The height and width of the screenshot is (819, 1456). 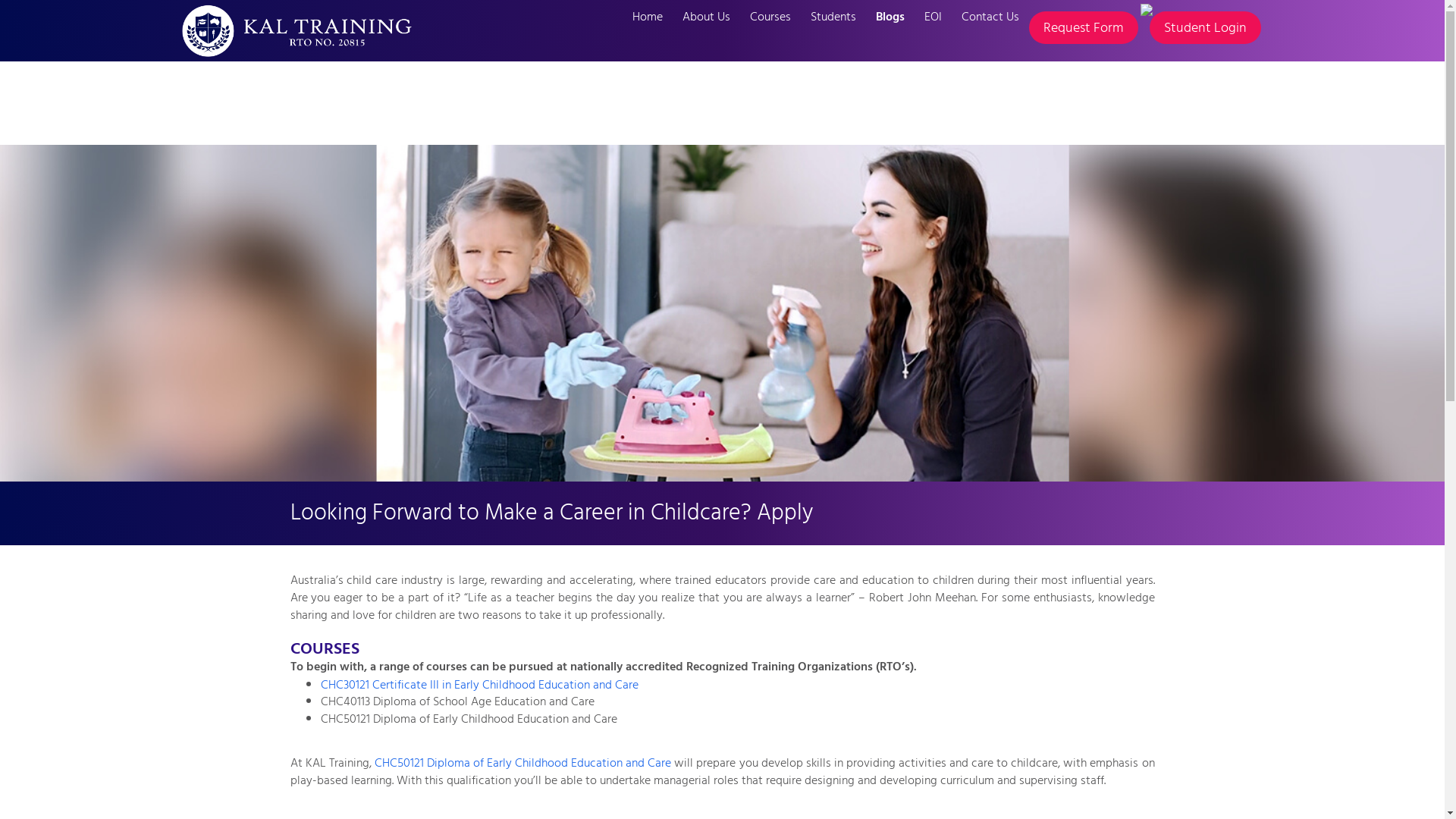 I want to click on 'Contact Us', so click(x=949, y=17).